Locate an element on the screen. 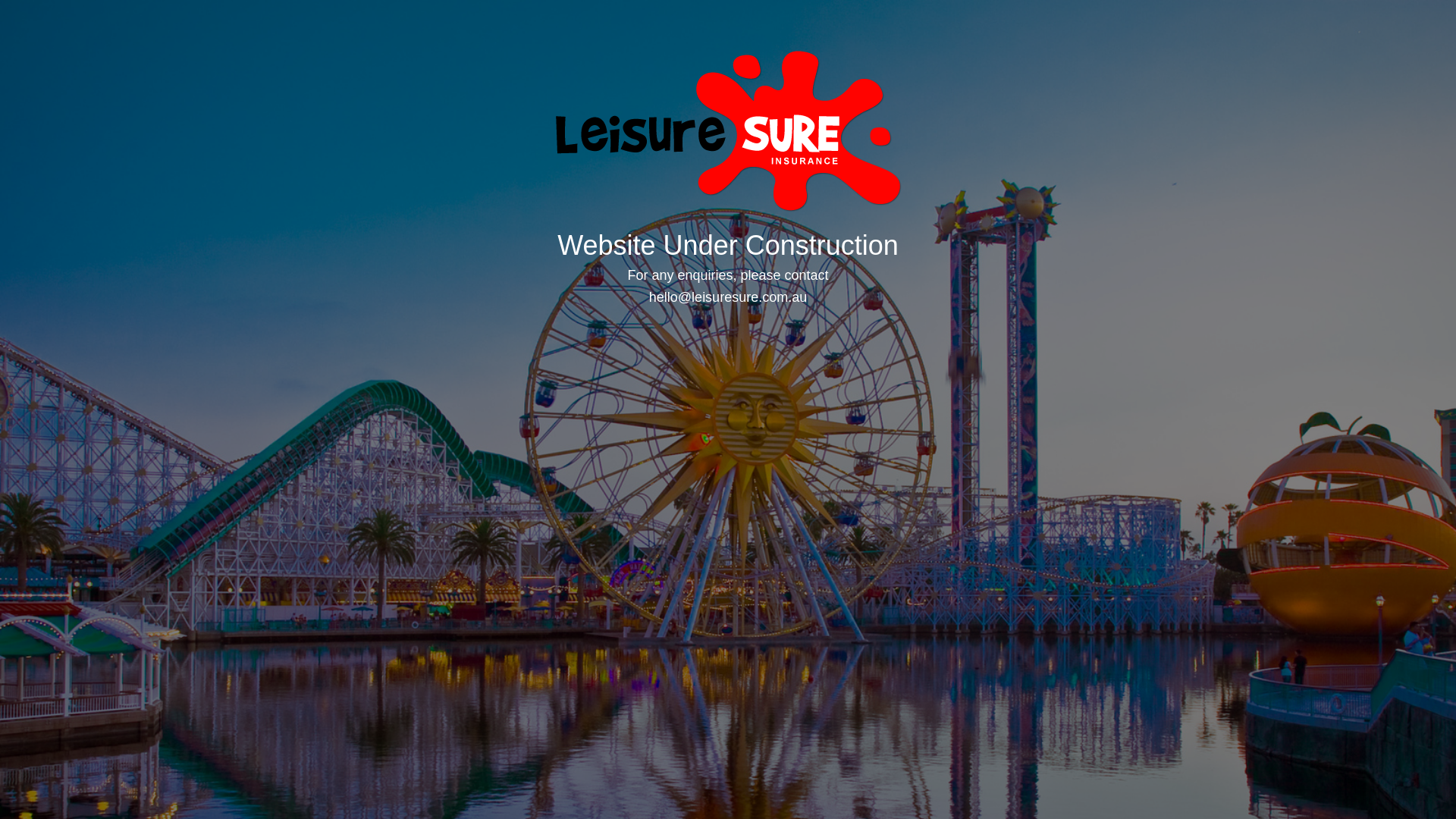 Image resolution: width=1456 pixels, height=819 pixels. 'hello@leisuresure.com.au' is located at coordinates (728, 297).